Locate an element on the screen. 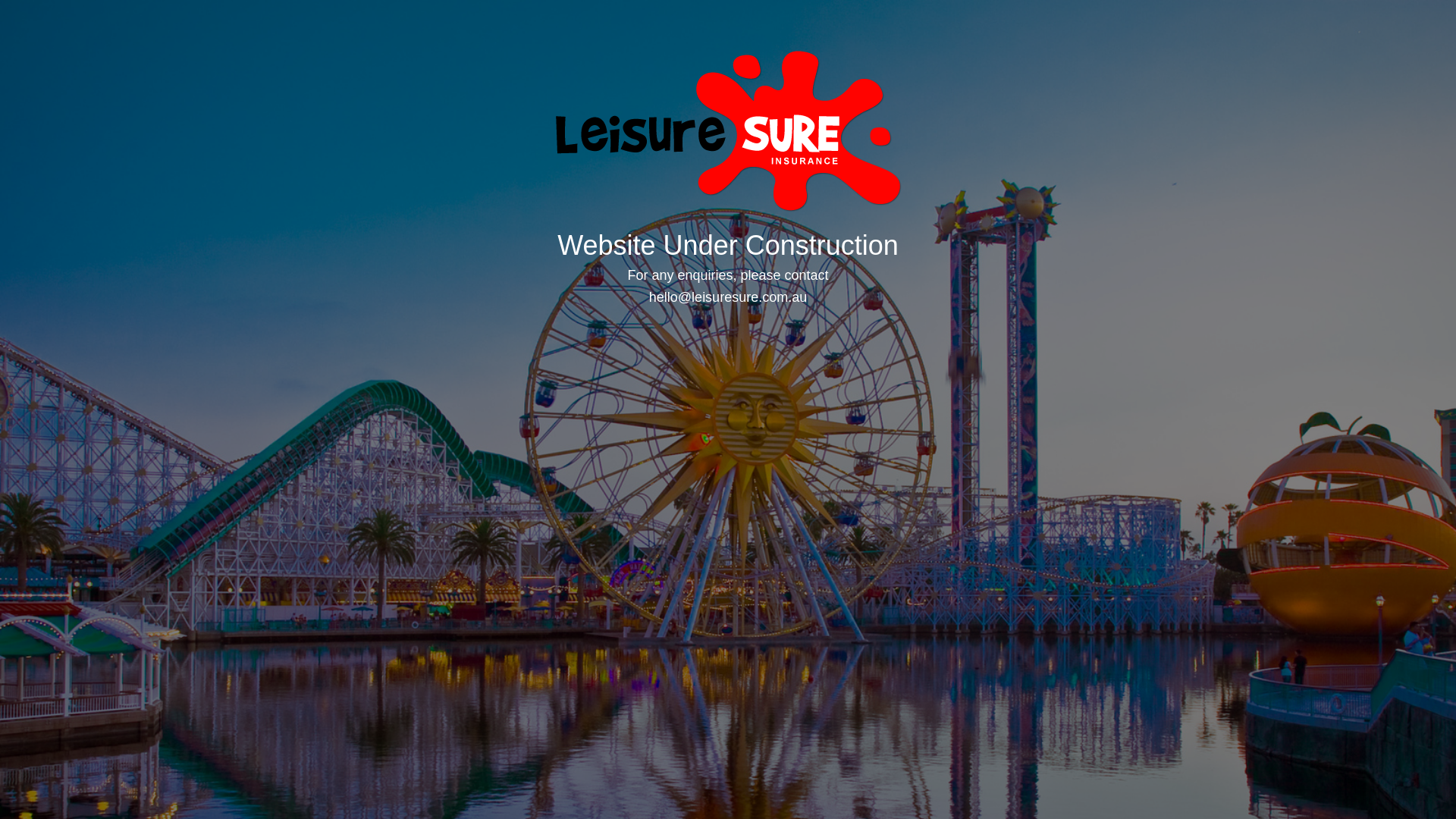 Image resolution: width=1456 pixels, height=819 pixels. 'hello@leisuresure.com.au' is located at coordinates (728, 297).